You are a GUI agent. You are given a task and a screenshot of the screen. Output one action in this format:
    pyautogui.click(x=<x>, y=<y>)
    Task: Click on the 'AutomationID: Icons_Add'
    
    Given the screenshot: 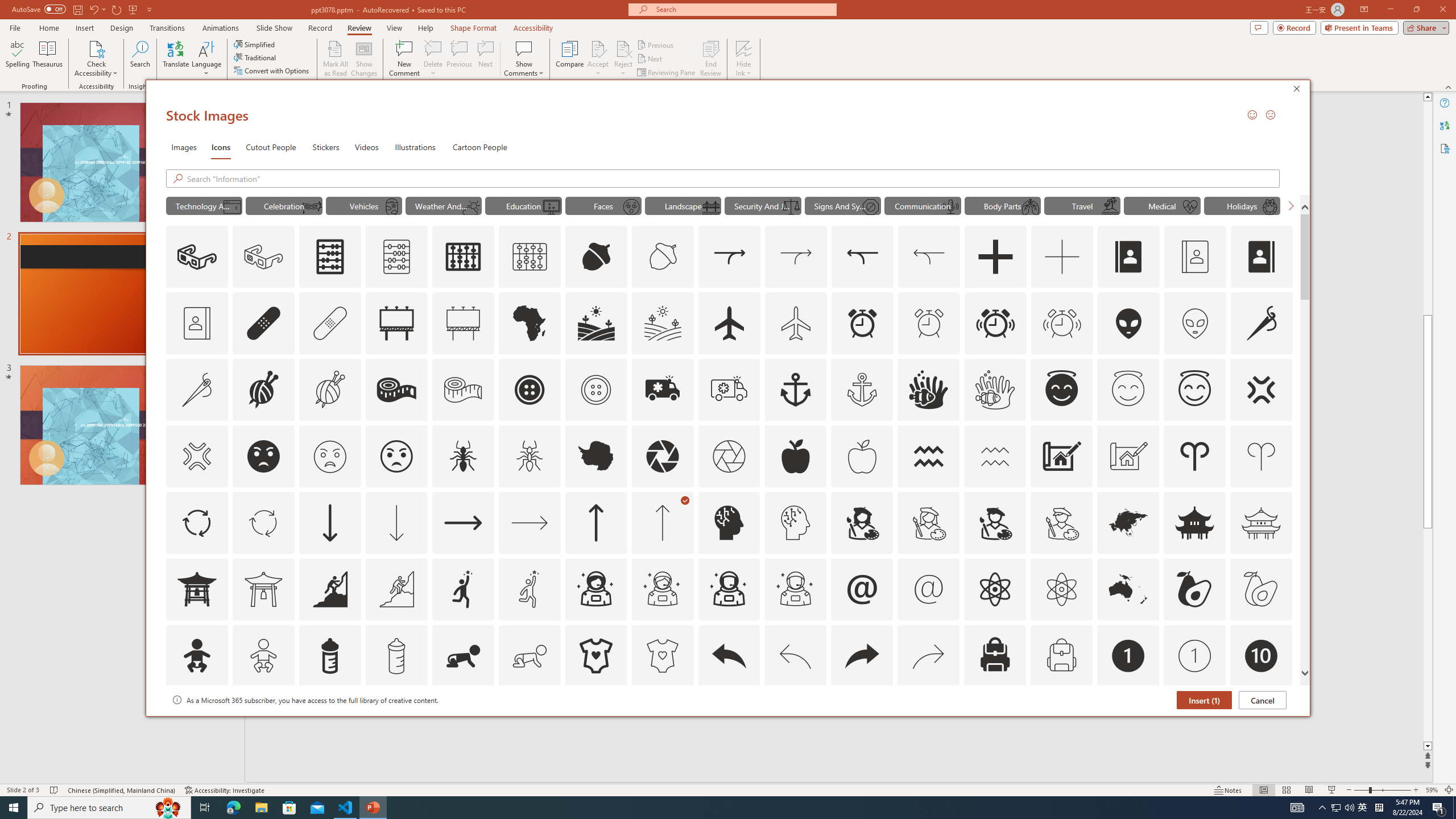 What is the action you would take?
    pyautogui.click(x=995, y=257)
    